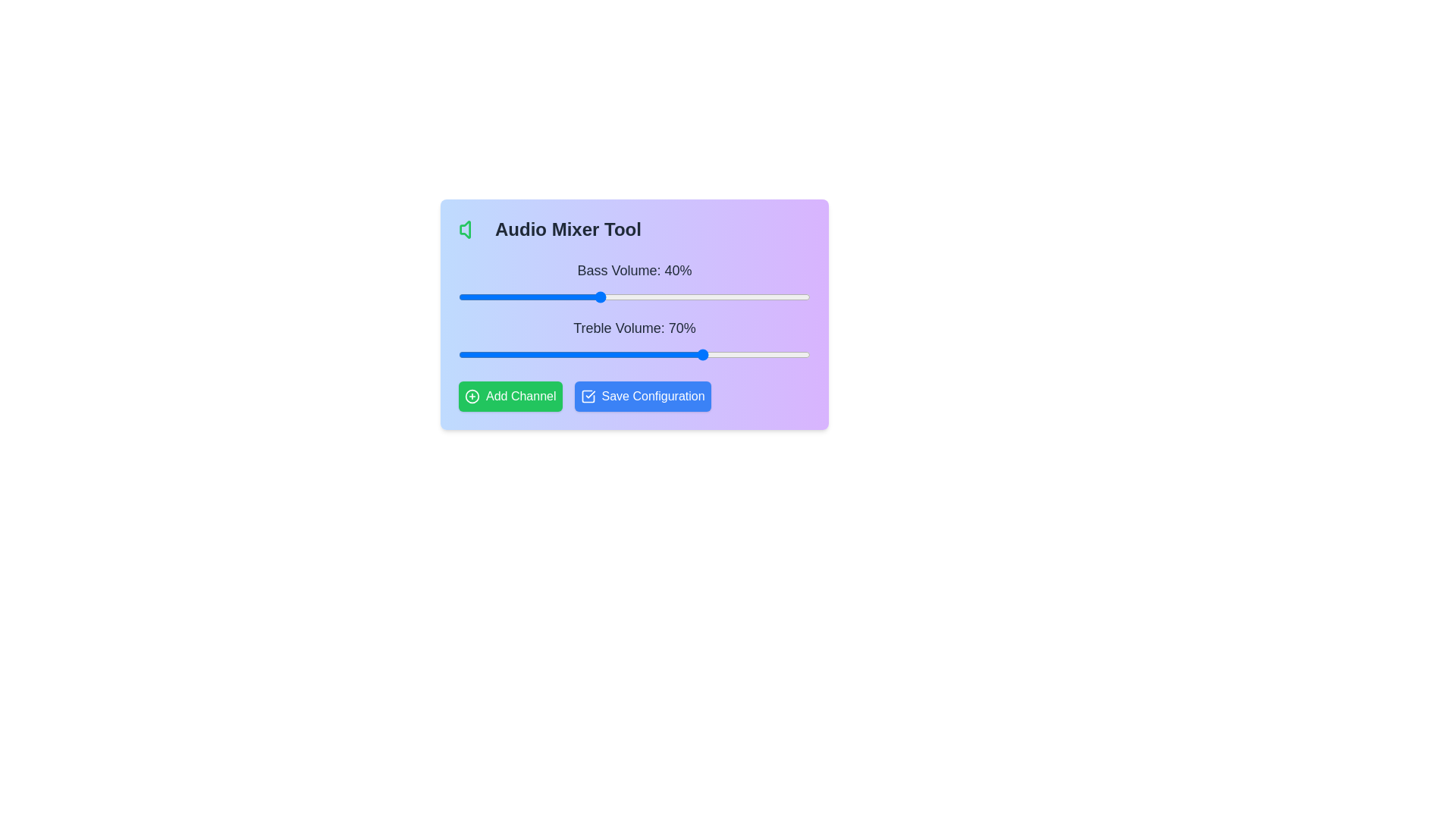 The height and width of the screenshot is (819, 1456). I want to click on the save button in the Audio Mixer Tool interface, so click(634, 396).